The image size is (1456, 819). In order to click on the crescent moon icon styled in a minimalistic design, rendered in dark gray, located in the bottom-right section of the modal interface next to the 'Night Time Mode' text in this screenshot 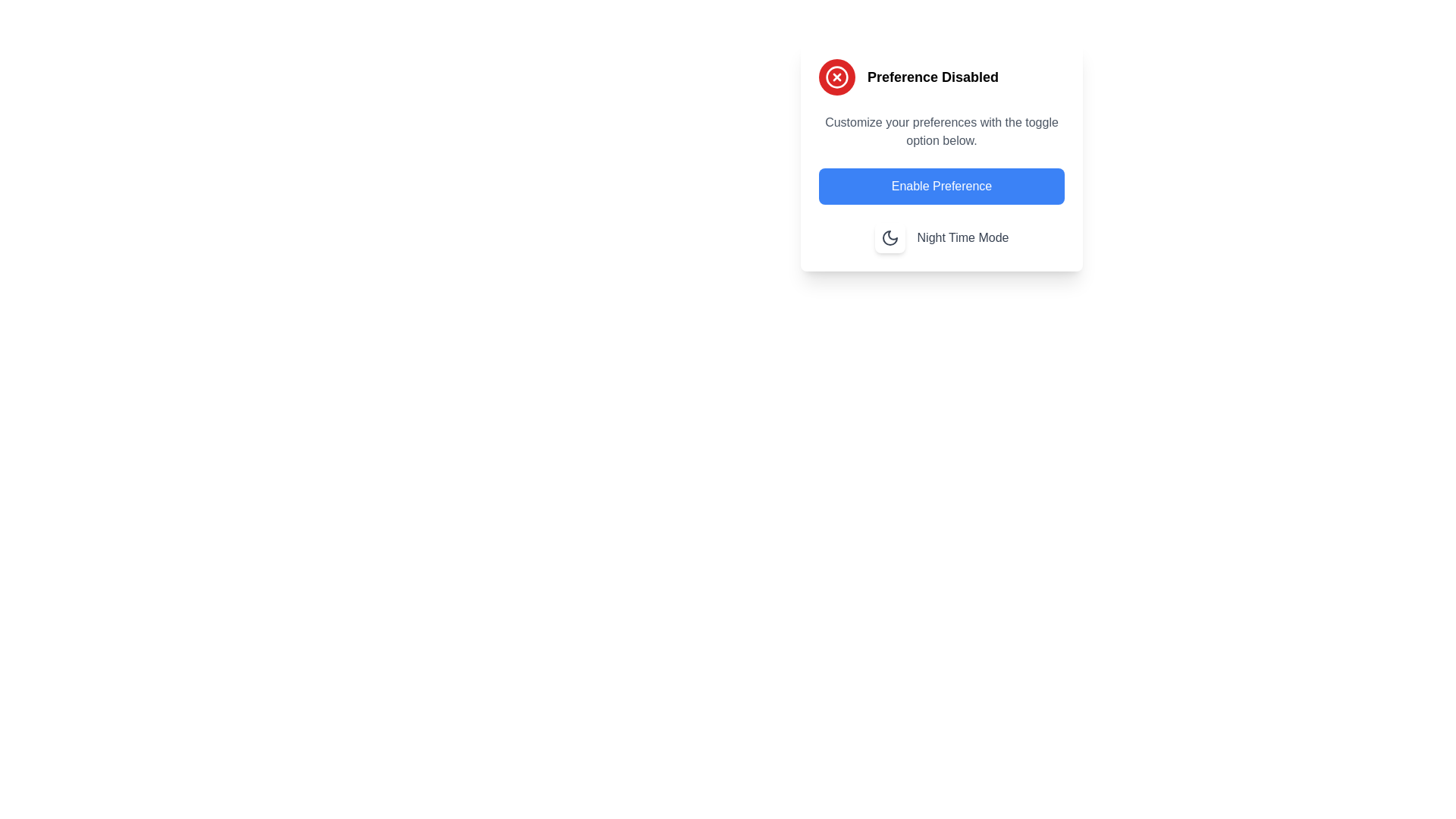, I will do `click(890, 237)`.